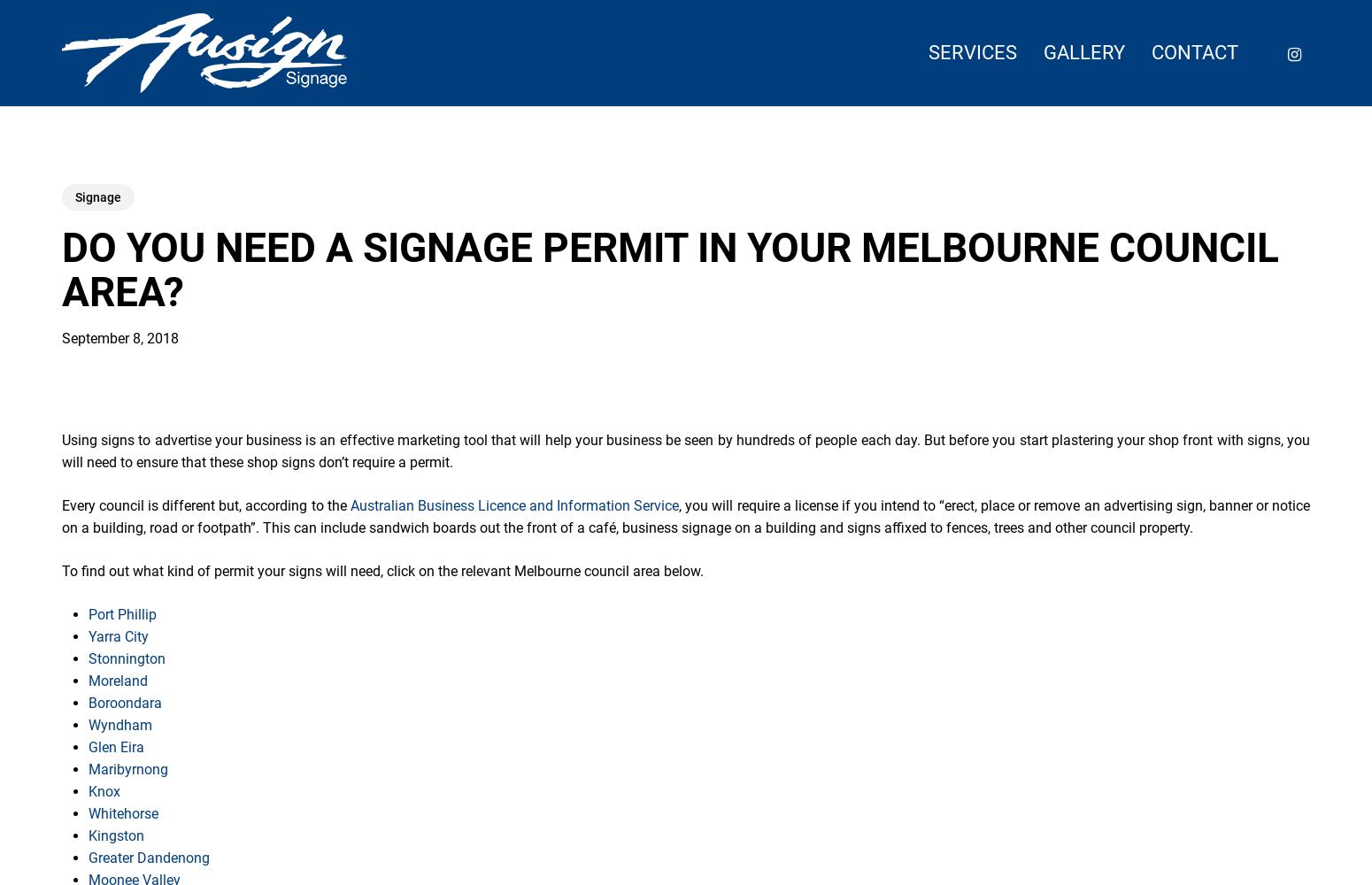 This screenshot has width=1372, height=885. I want to click on 'Stonnington', so click(127, 658).